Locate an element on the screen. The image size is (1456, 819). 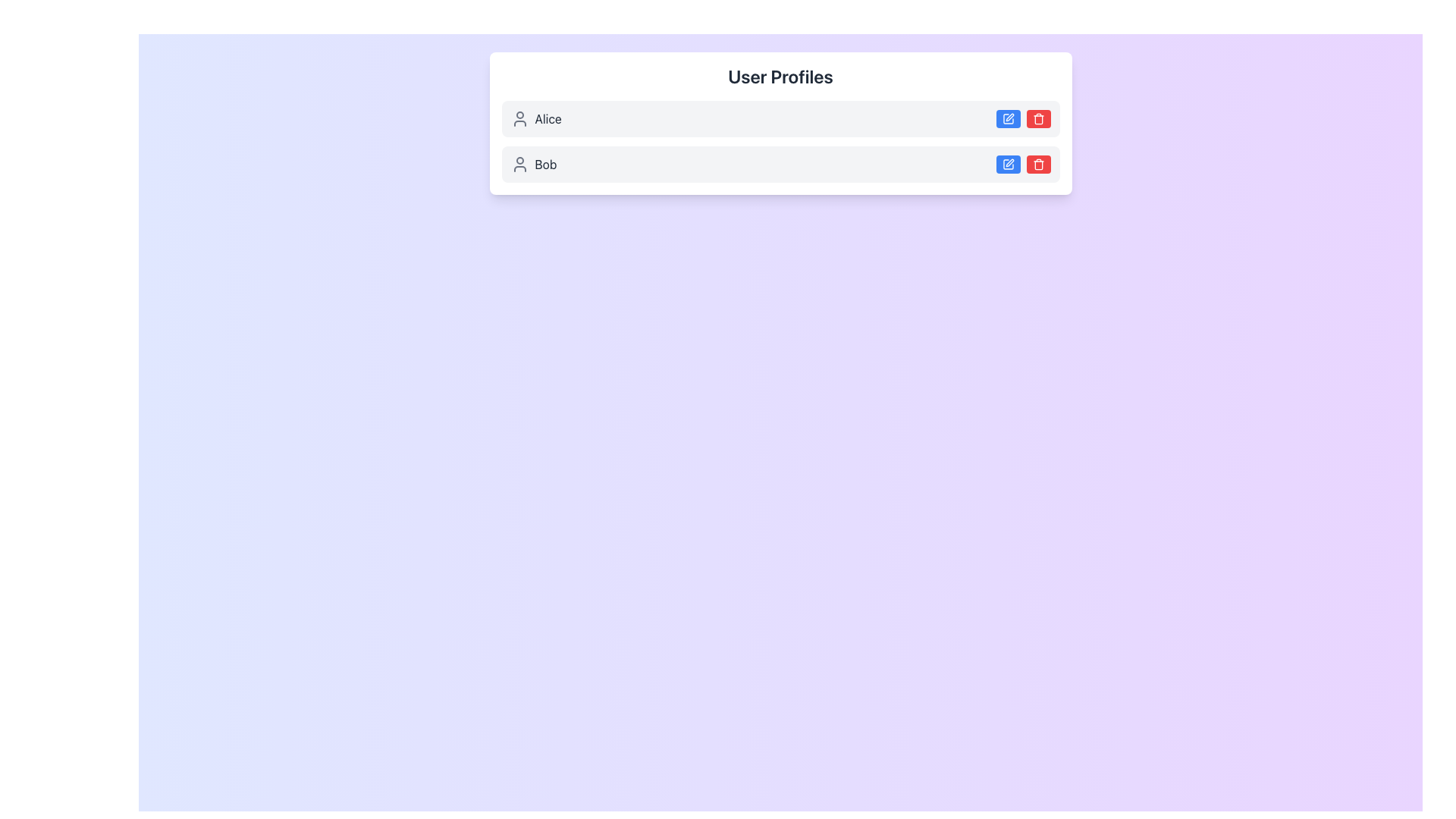
the 'Delete' button in the Horizontal Button Group located on the far right side of the second row of user profiles for 'Bob' is located at coordinates (1023, 164).